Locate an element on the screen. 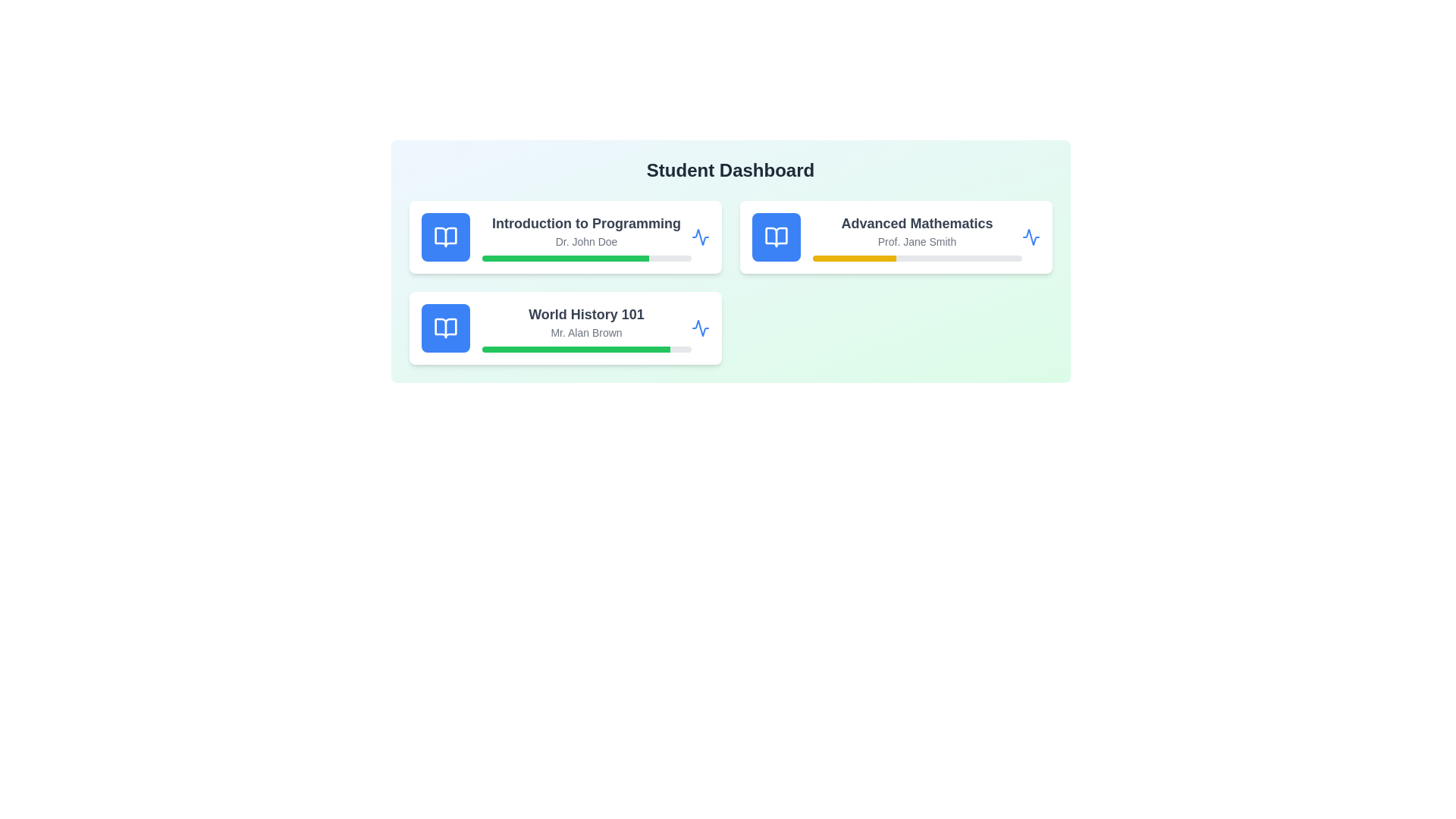 The height and width of the screenshot is (819, 1456). the course card for Advanced Mathematics is located at coordinates (896, 237).